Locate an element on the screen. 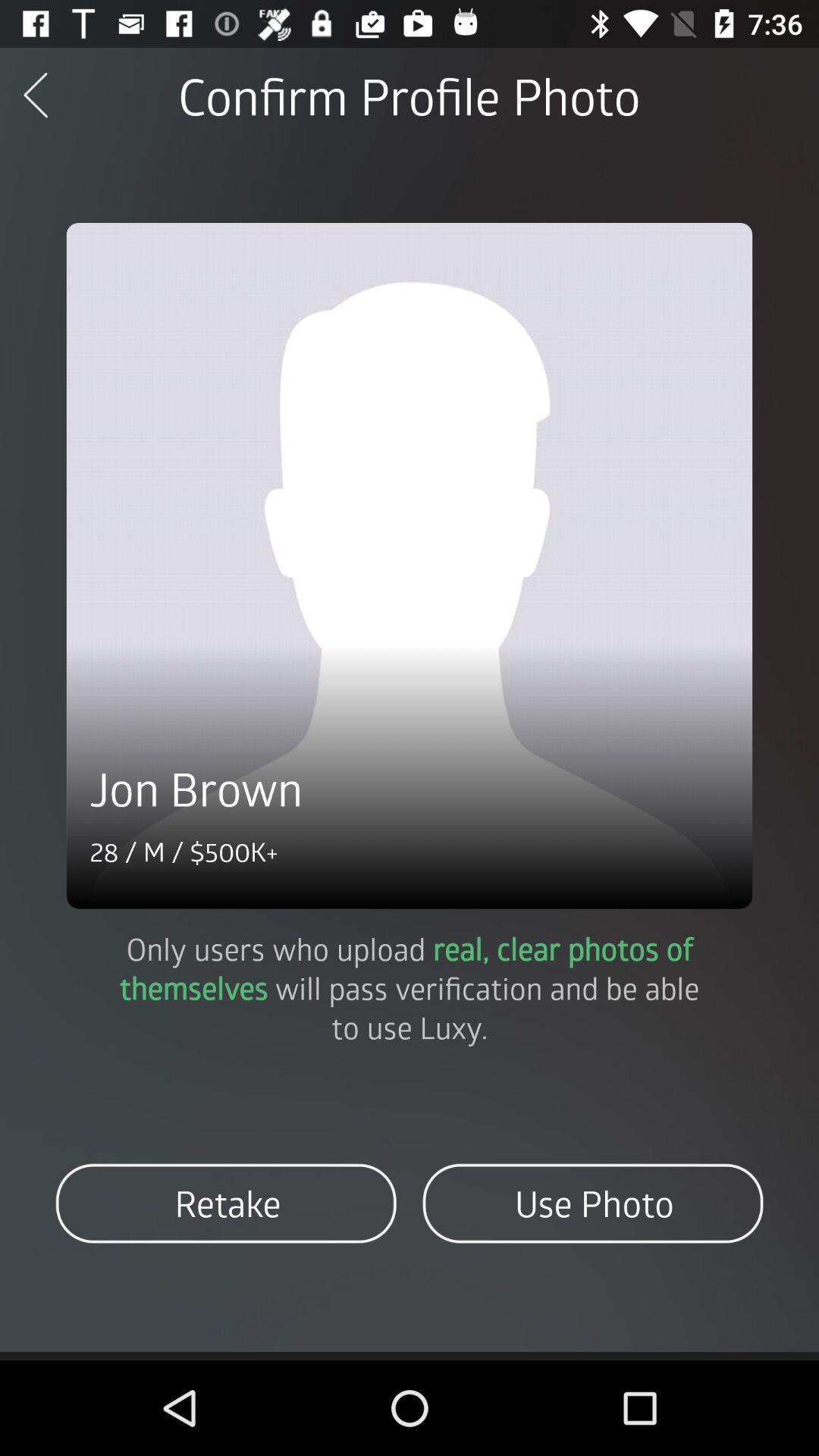 The image size is (819, 1456). retake item is located at coordinates (226, 1203).